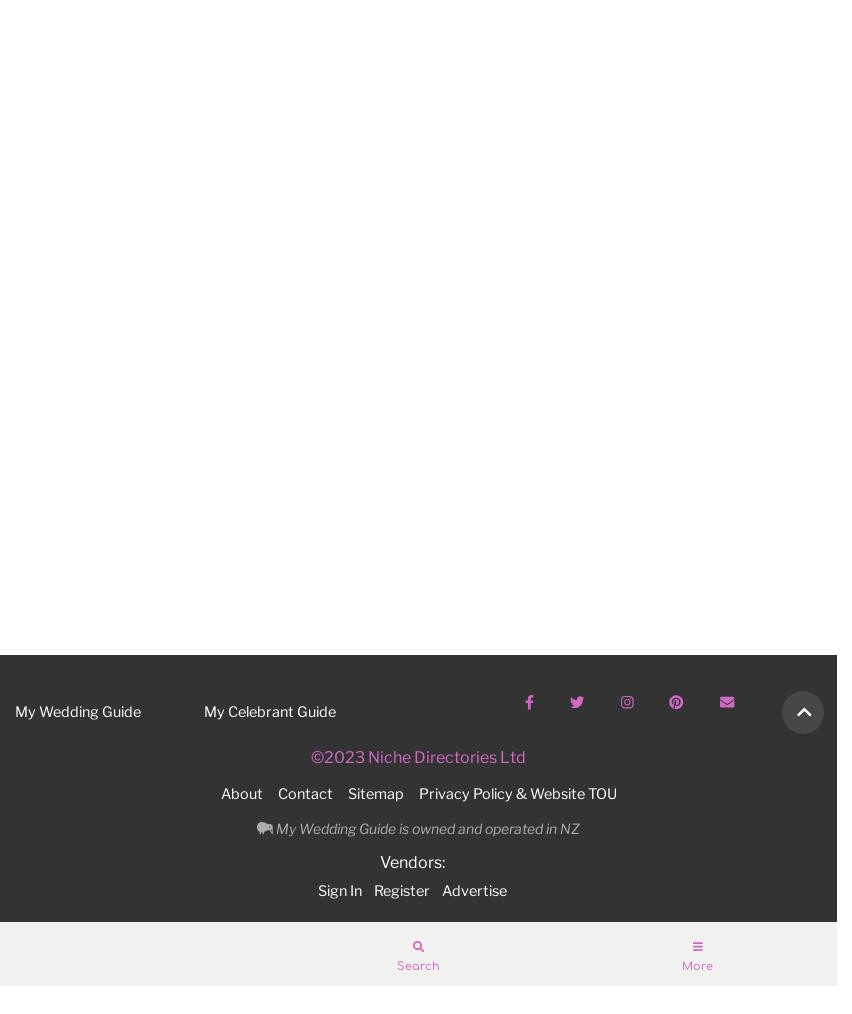 Image resolution: width=852 pixels, height=1014 pixels. Describe the element at coordinates (78, 711) in the screenshot. I see `'My Wedding Guide'` at that location.